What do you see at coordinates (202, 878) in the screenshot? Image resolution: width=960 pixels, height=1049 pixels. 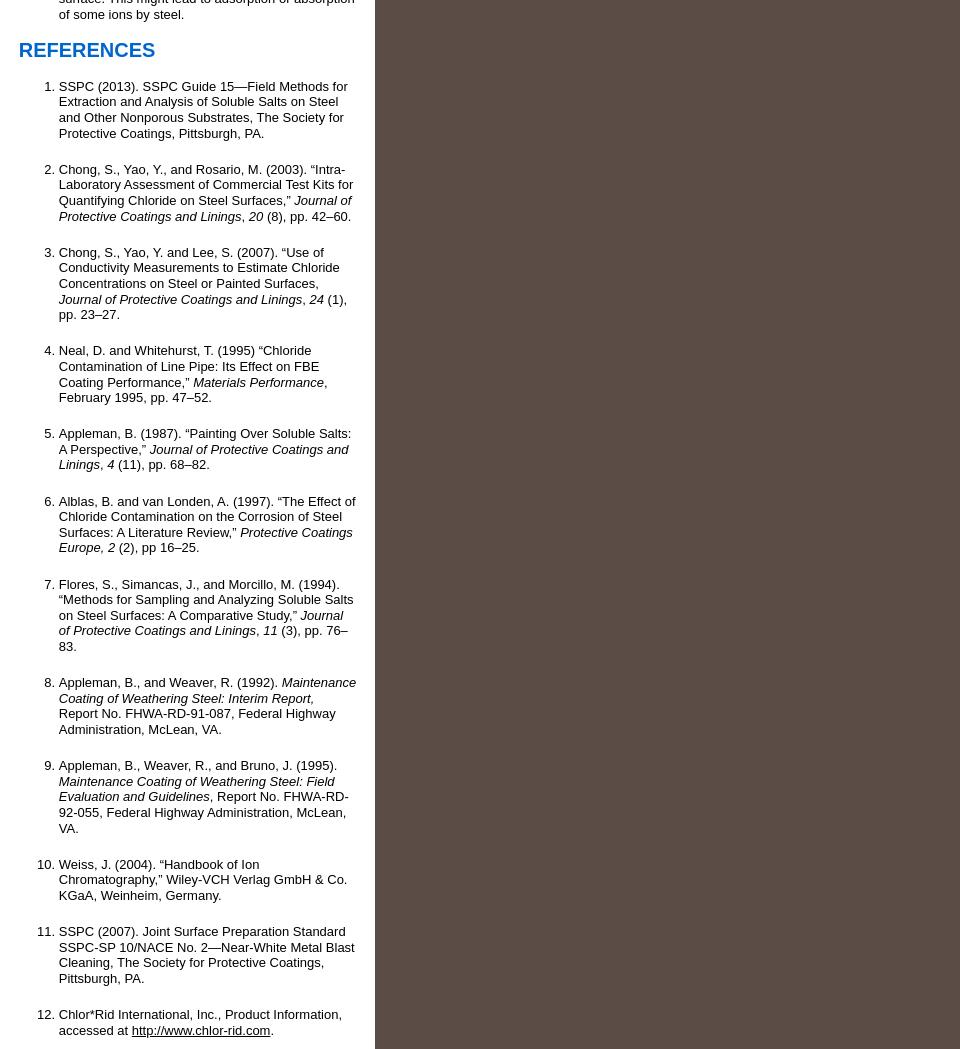 I see `'Weiss,  J. (2004). “Handbook of Ion Chromatography,” Wiley-VCH Verlag GmbH & Co.  KGaA, Weinheim, Germany.'` at bounding box center [202, 878].